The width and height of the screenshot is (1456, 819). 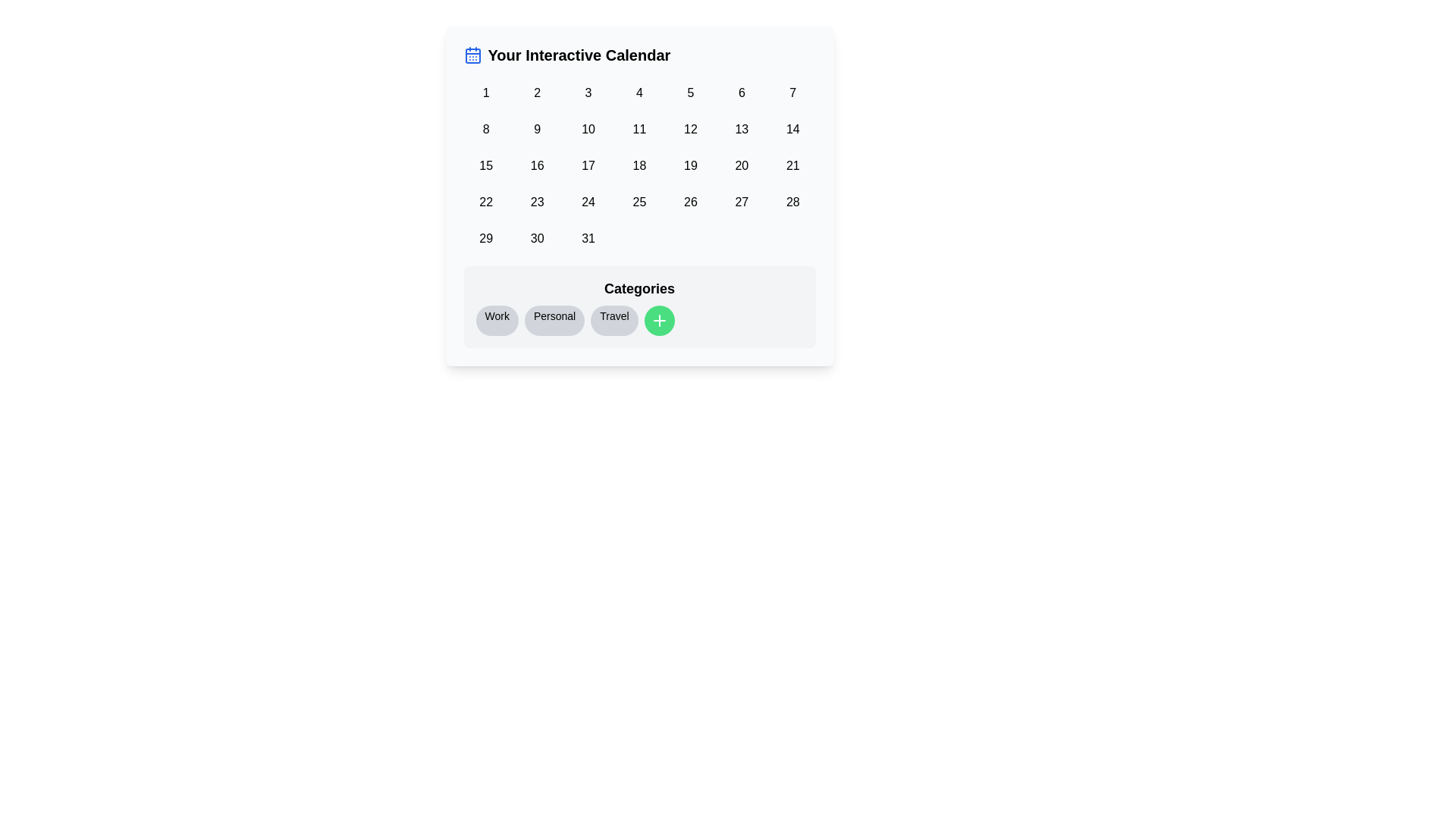 I want to click on the square-shaped button with rounded corners displaying the number '23' in black text, located in the fifth column of the fourth row of the calendar grid, so click(x=537, y=201).